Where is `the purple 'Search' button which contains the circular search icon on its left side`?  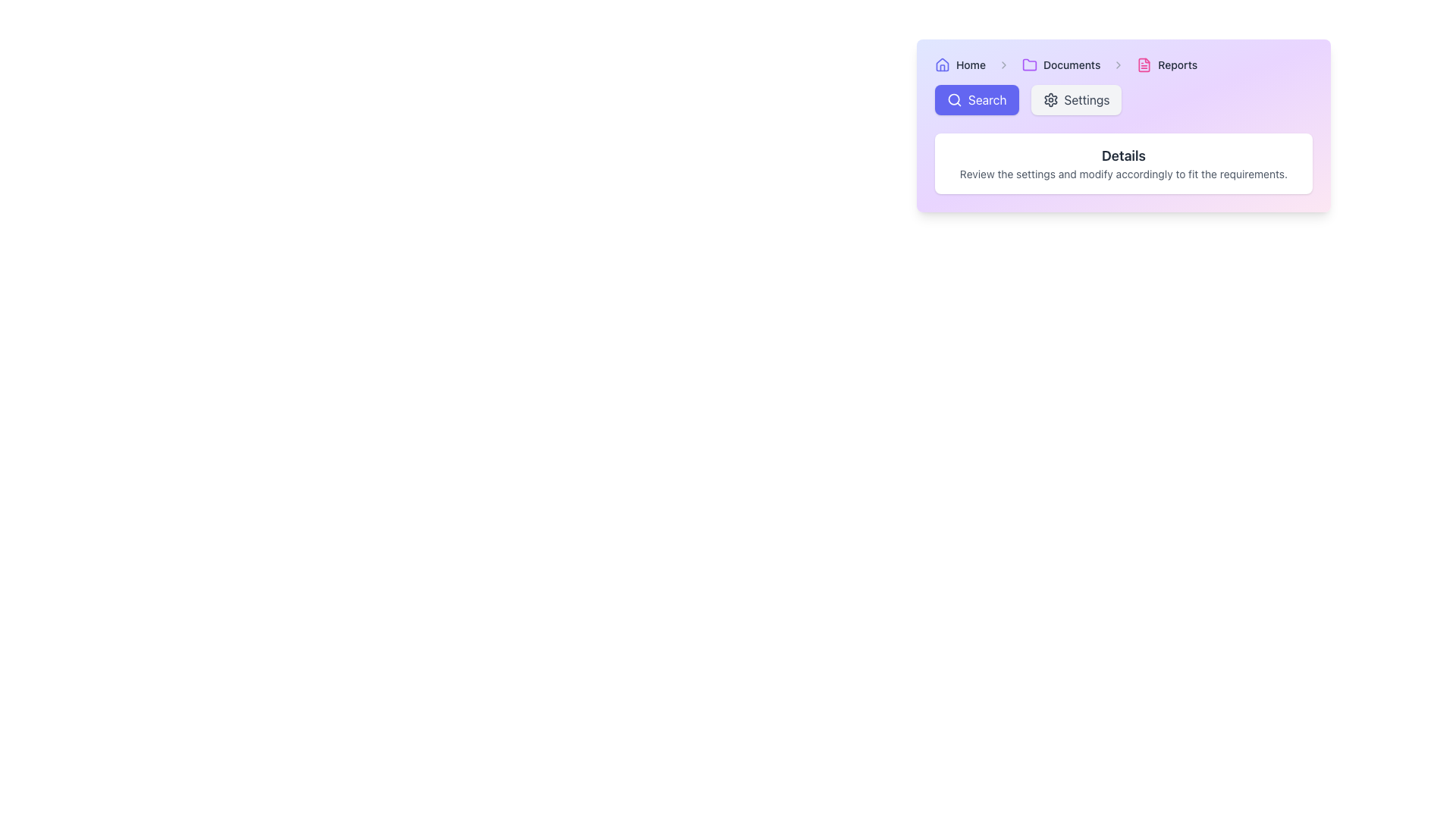
the purple 'Search' button which contains the circular search icon on its left side is located at coordinates (953, 99).